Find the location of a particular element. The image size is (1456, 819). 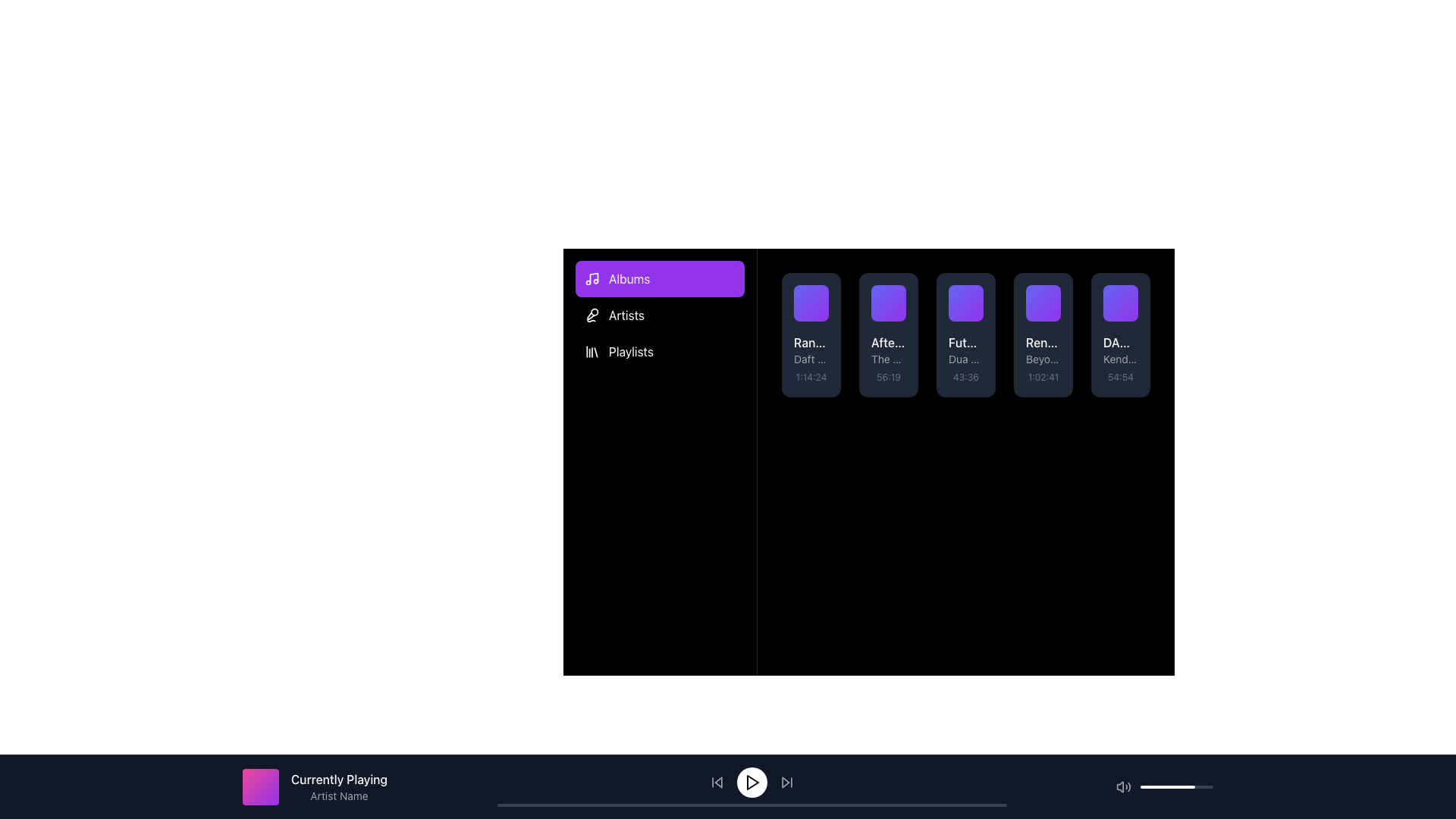

the circular button with a white heart icon located in the top-right corner of the album card for 'Renaissance' by Beyoncé is located at coordinates (1051, 294).